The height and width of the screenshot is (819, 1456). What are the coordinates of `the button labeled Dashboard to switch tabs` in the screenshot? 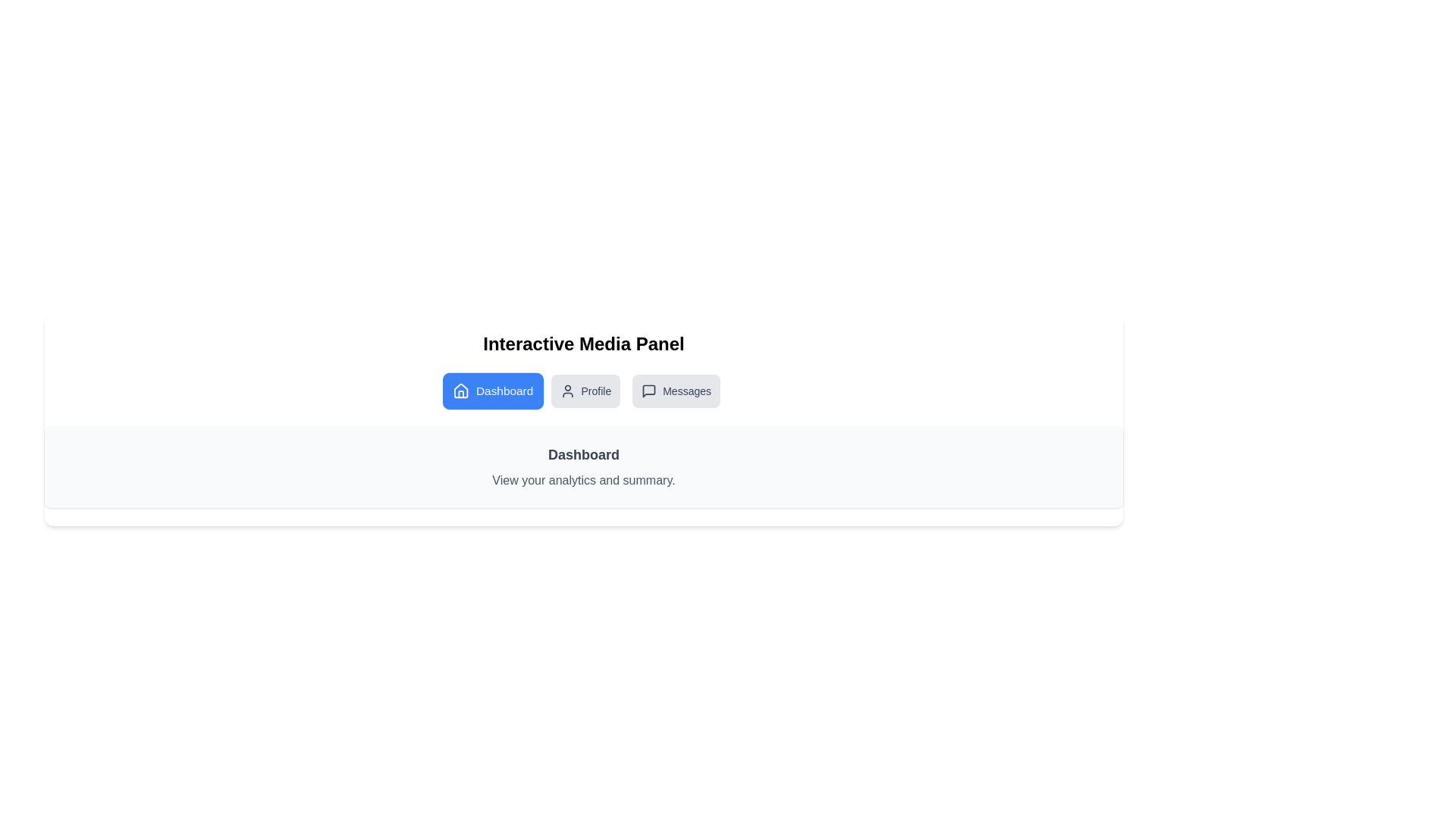 It's located at (493, 391).